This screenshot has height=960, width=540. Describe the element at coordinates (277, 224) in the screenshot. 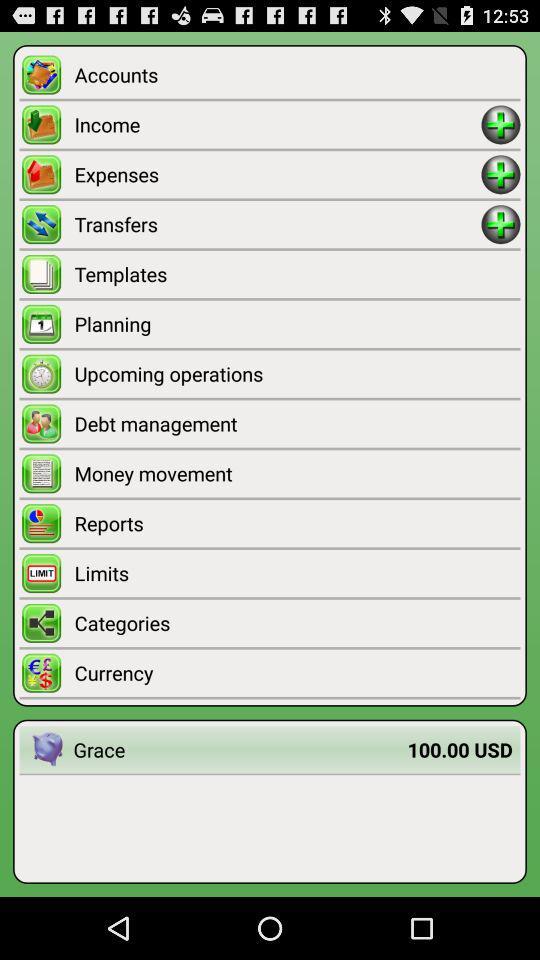

I see `the item above the templates app` at that location.